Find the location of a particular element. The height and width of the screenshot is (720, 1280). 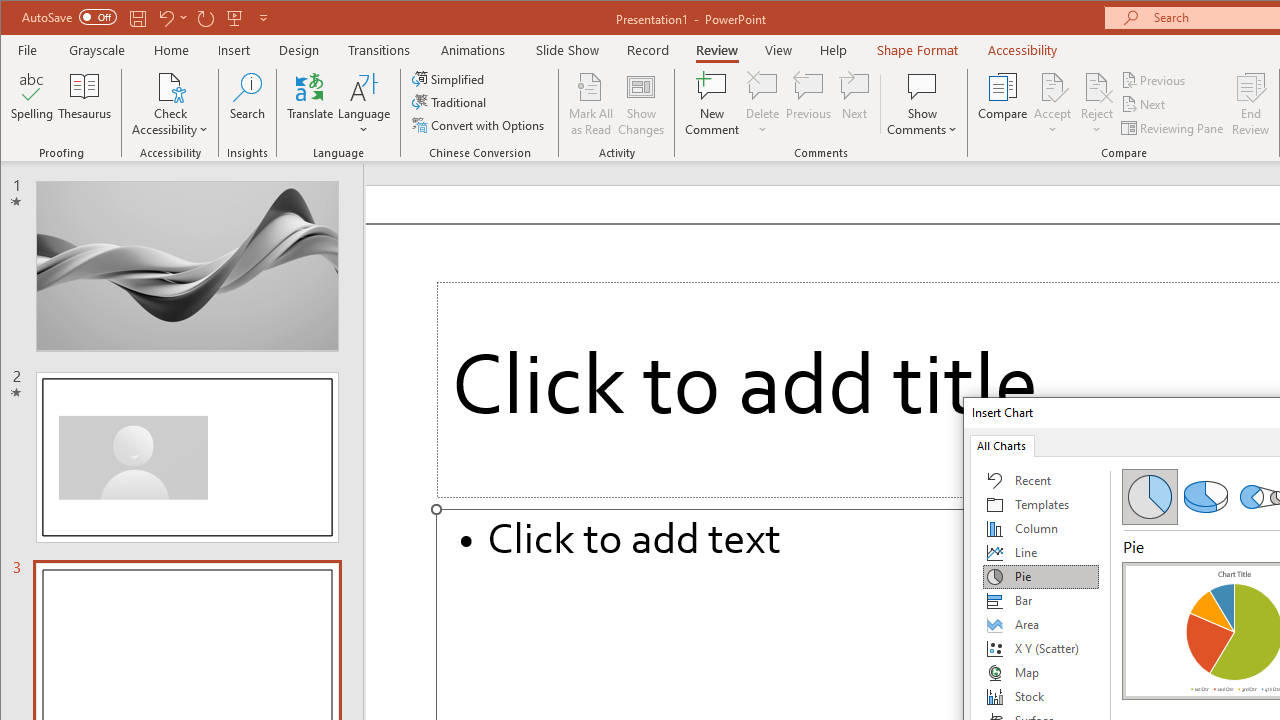

'Accept Change' is located at coordinates (1051, 85).